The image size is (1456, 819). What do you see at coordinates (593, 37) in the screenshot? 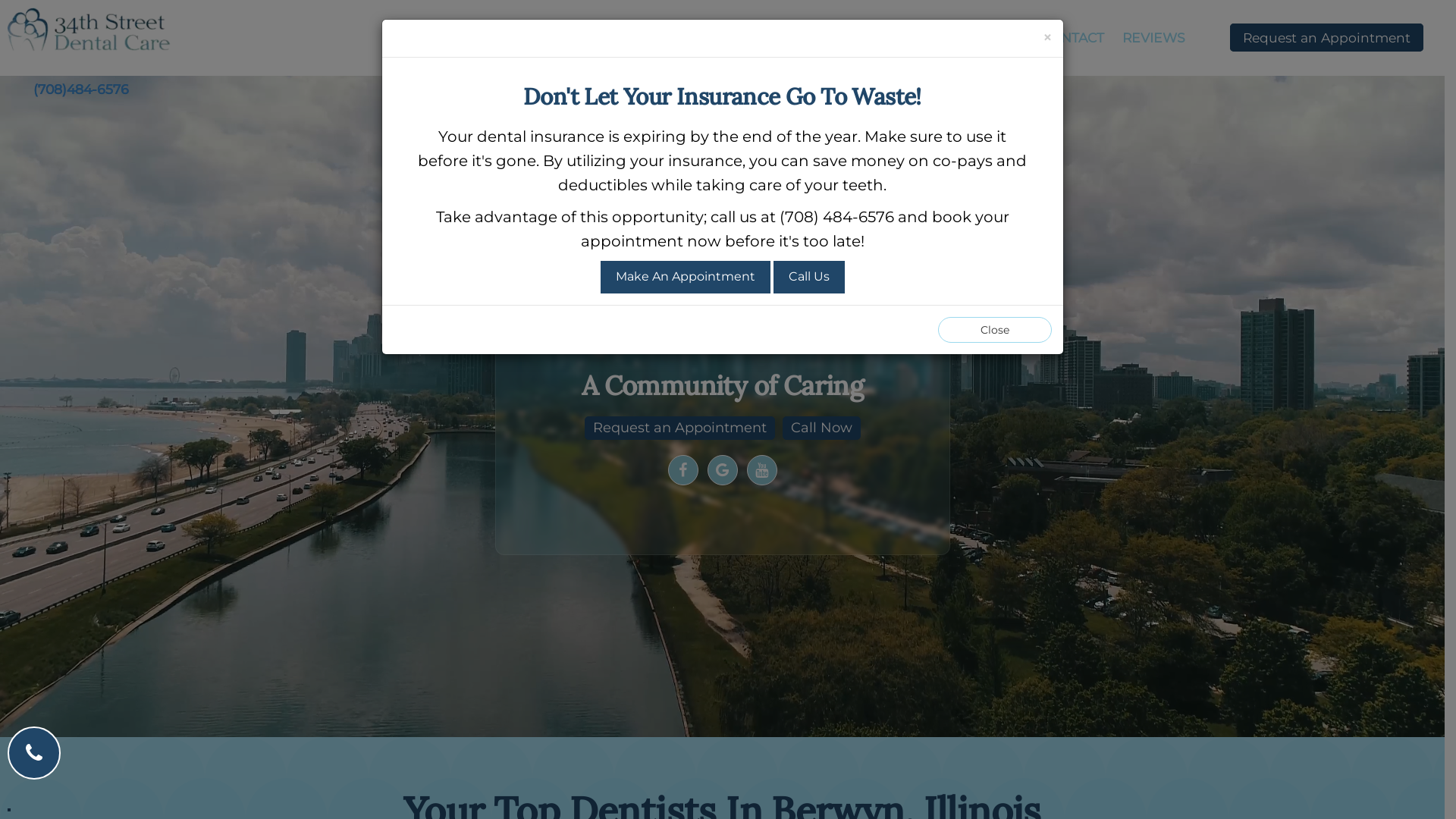
I see `'ABOUT US'` at bounding box center [593, 37].